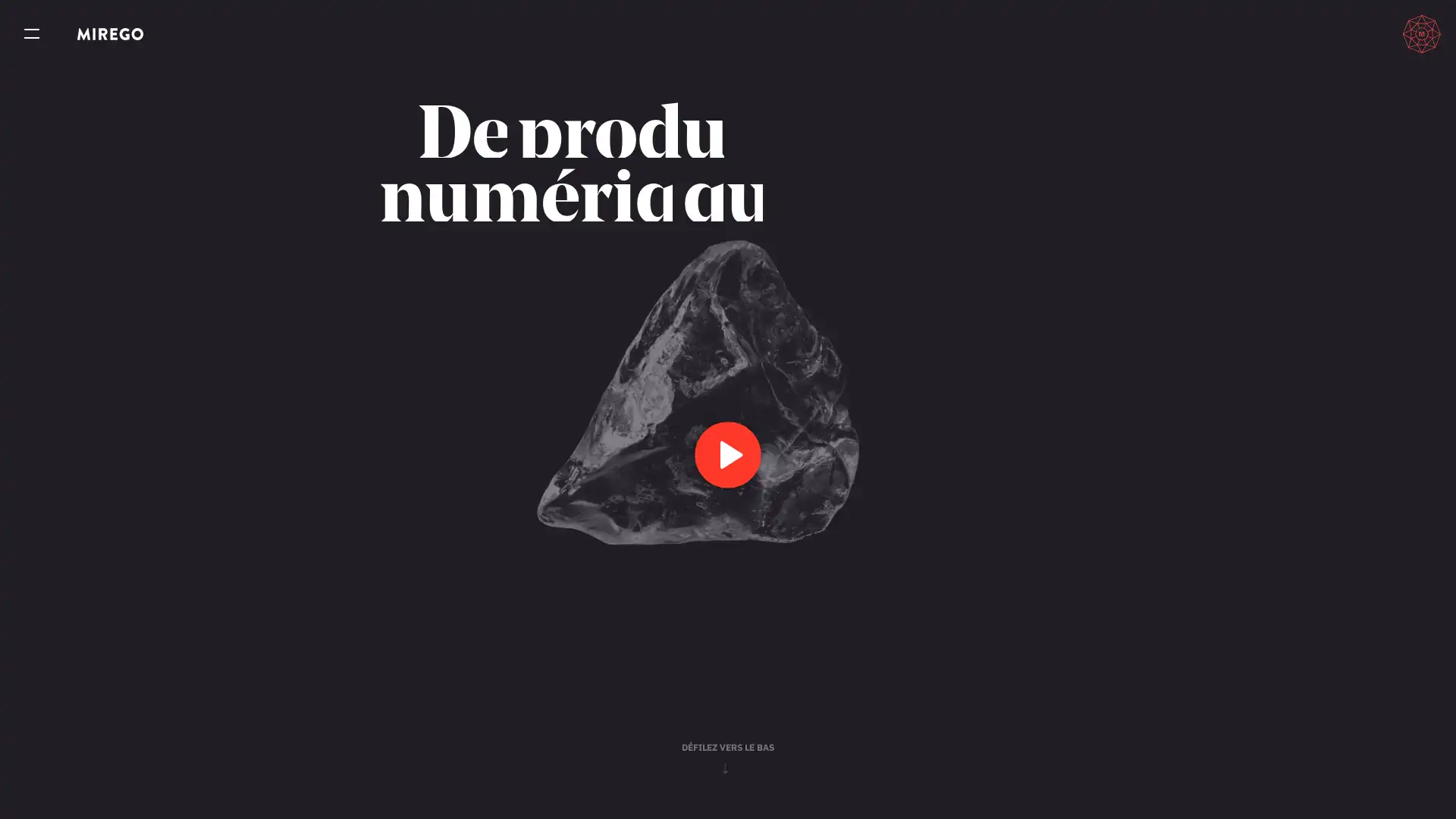 This screenshot has width=1456, height=819. Describe the element at coordinates (1354, 33) in the screenshot. I see `Switch to English version` at that location.